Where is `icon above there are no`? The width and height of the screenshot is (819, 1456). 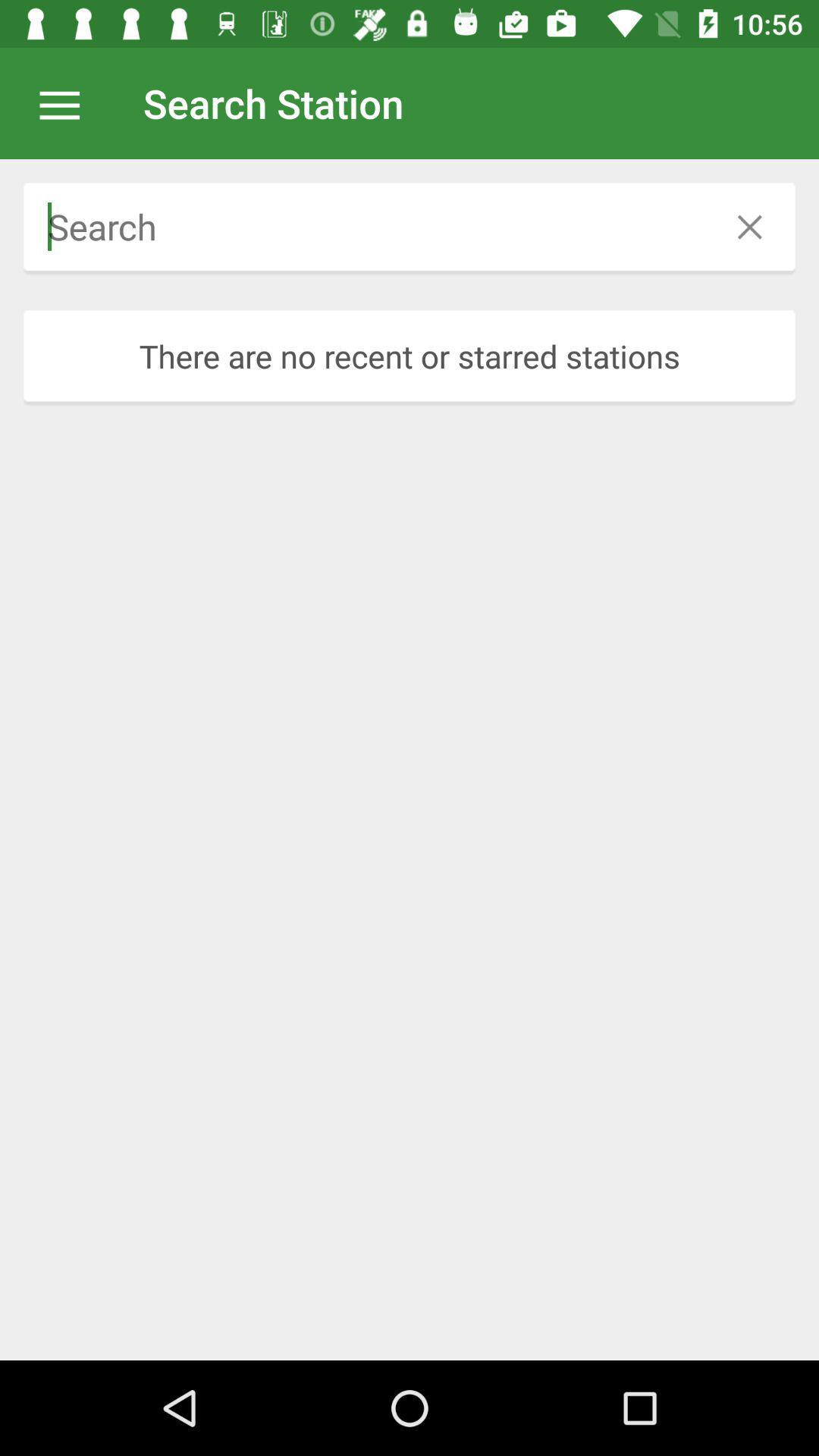 icon above there are no is located at coordinates (409, 221).